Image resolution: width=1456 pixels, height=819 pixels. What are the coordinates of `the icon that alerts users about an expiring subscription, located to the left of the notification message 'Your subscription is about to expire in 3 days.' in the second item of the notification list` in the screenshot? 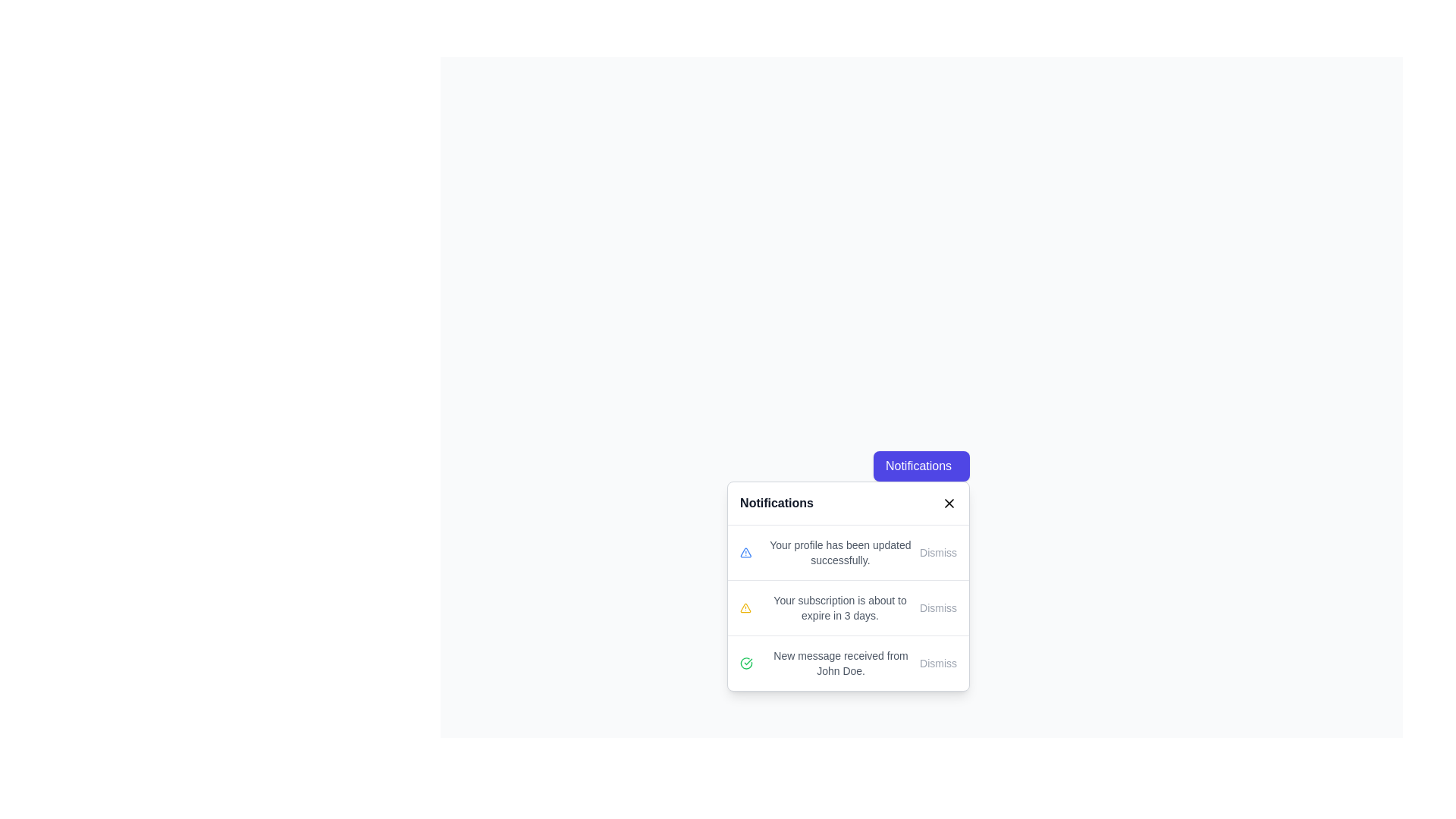 It's located at (745, 607).